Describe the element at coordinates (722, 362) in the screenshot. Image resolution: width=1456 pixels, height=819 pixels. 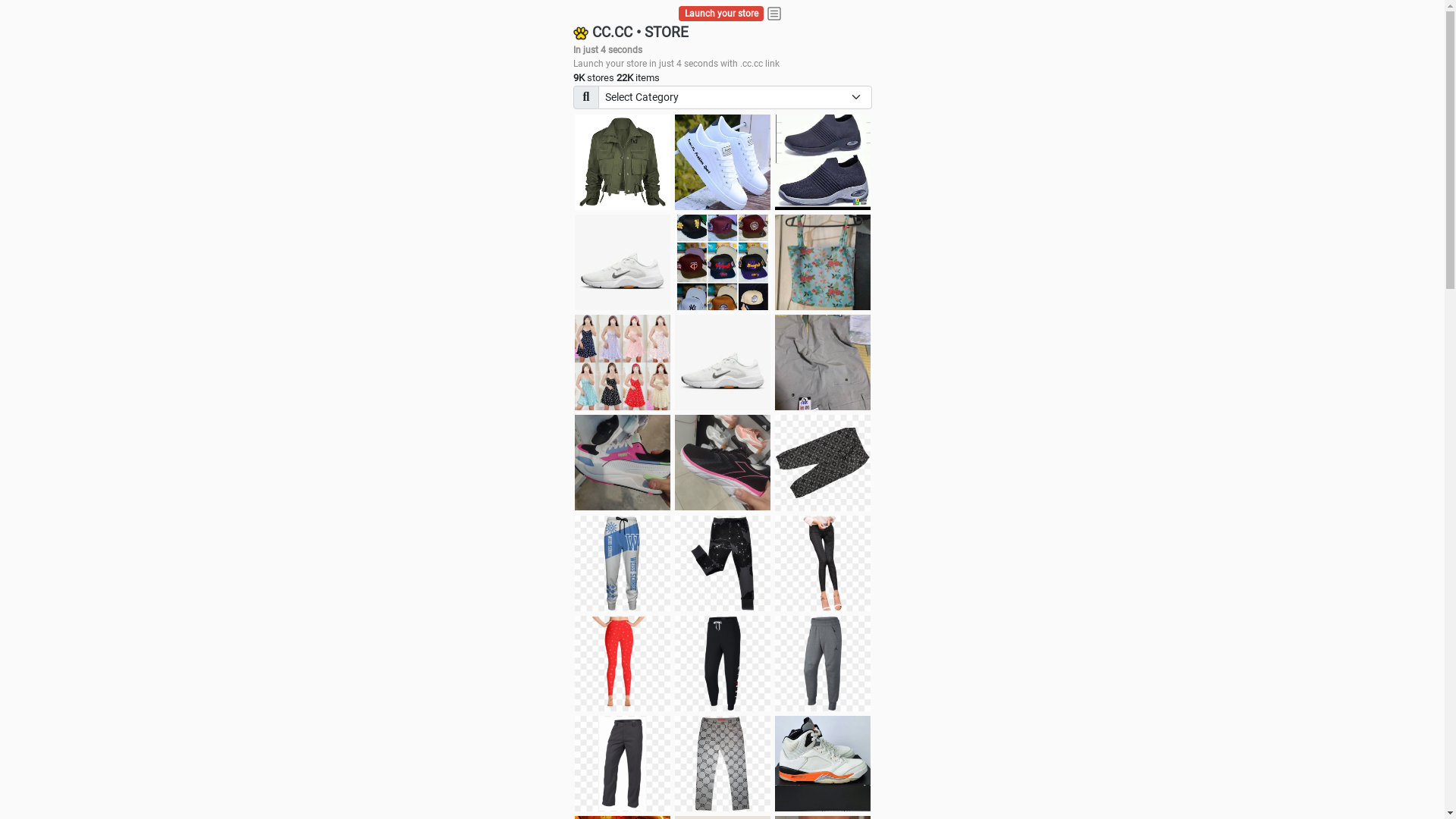
I see `'Shoes'` at that location.